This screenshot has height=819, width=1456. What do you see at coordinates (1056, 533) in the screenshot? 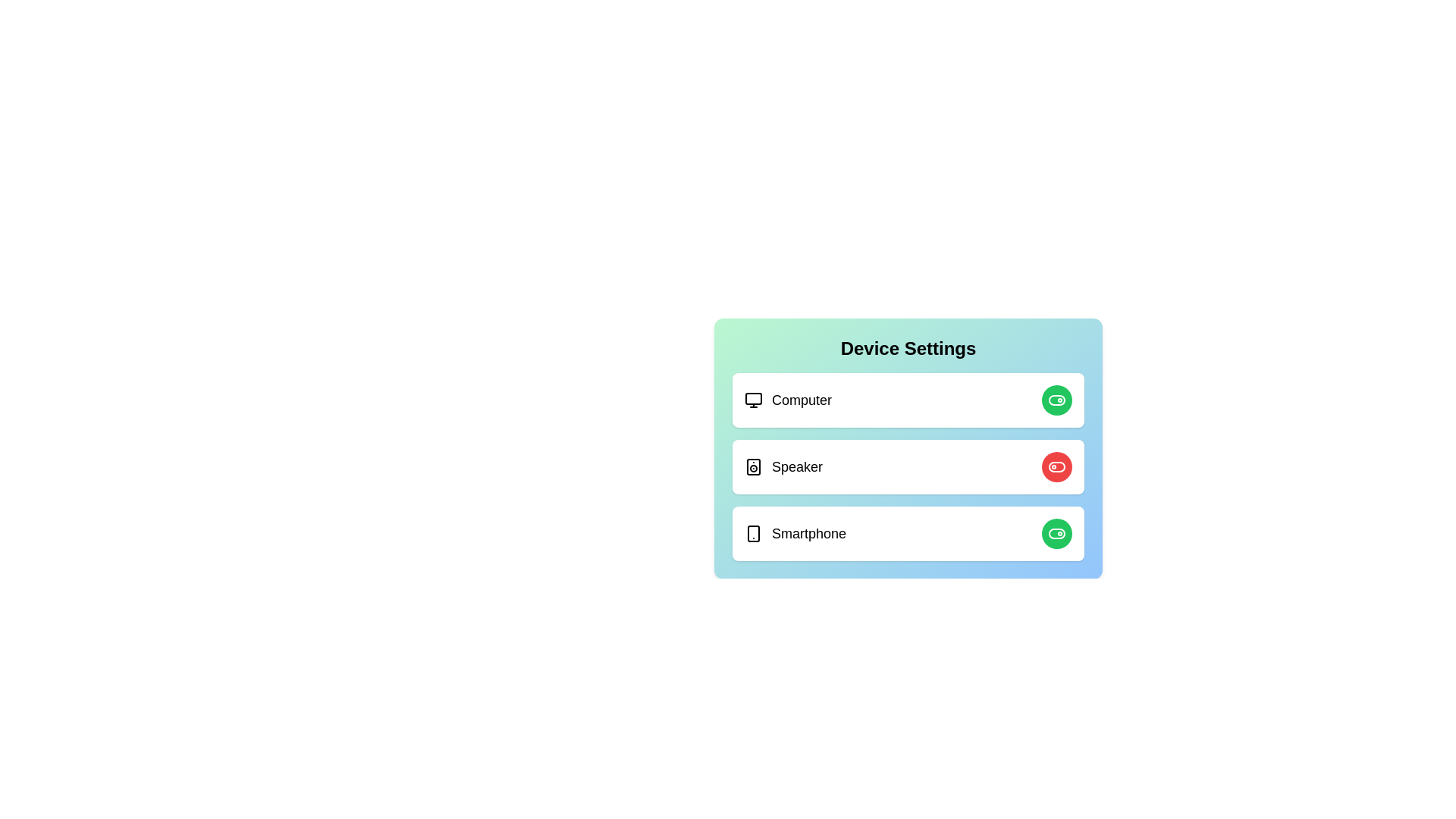
I see `toggle button for the Smartphone device to change its state` at bounding box center [1056, 533].